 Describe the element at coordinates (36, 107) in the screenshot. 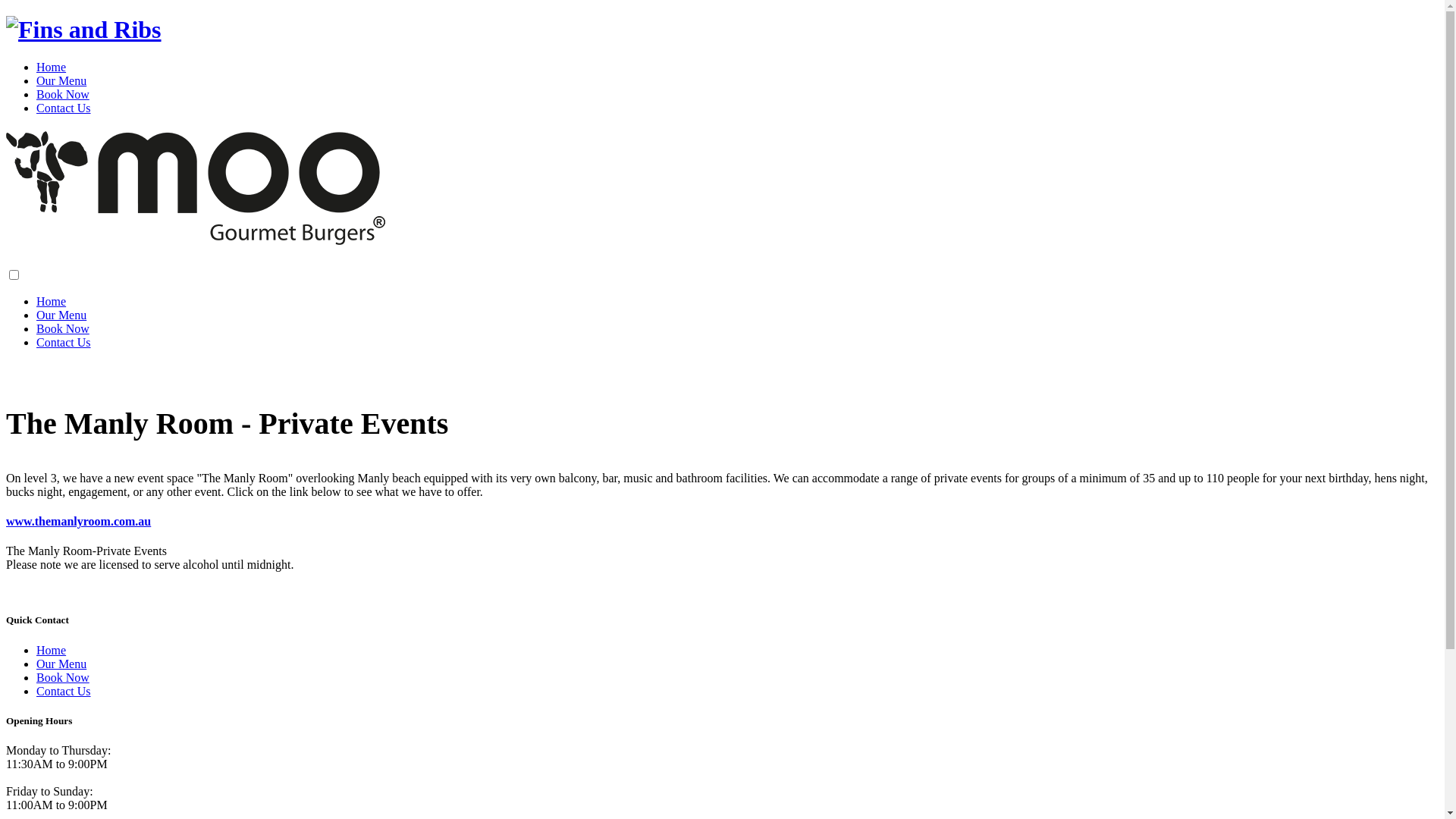

I see `'Contact Us'` at that location.